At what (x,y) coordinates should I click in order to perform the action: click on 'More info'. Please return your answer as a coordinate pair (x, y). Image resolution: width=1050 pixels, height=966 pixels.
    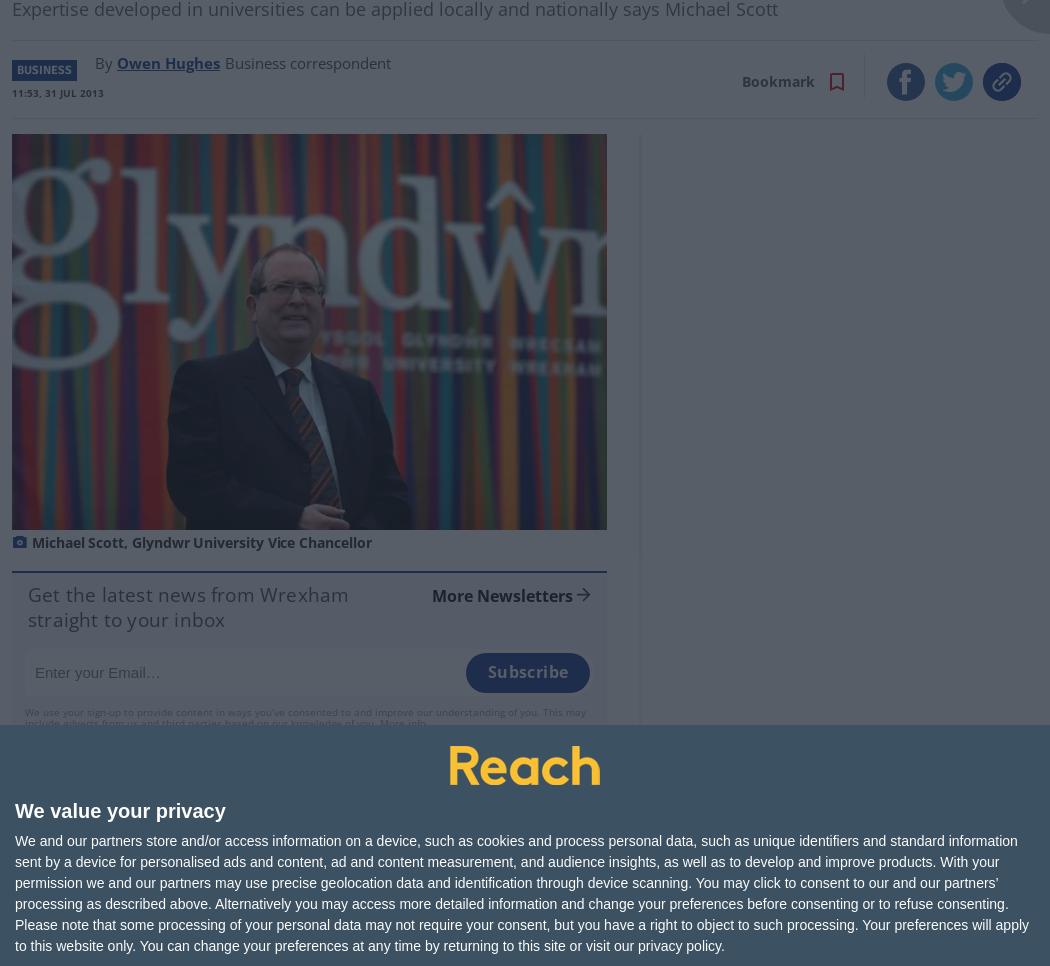
    Looking at the image, I should click on (402, 720).